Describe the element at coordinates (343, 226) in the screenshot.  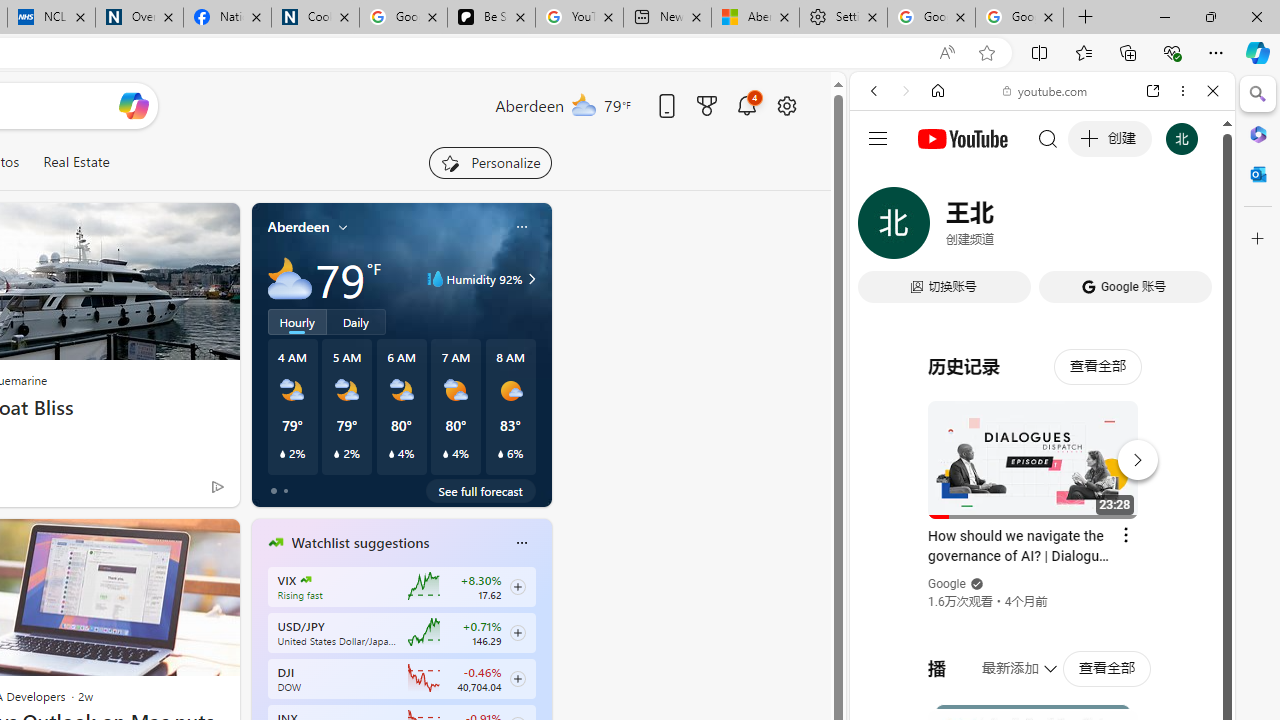
I see `'My location'` at that location.